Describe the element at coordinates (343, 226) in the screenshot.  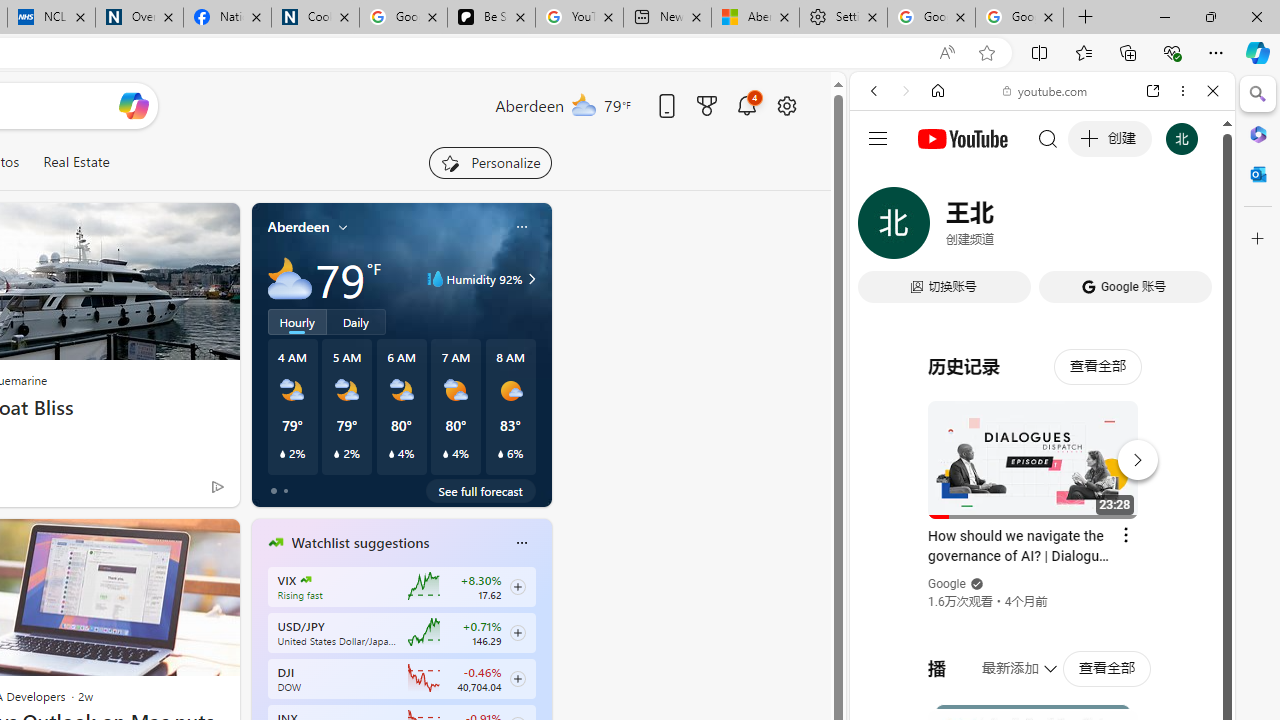
I see `'My location'` at that location.